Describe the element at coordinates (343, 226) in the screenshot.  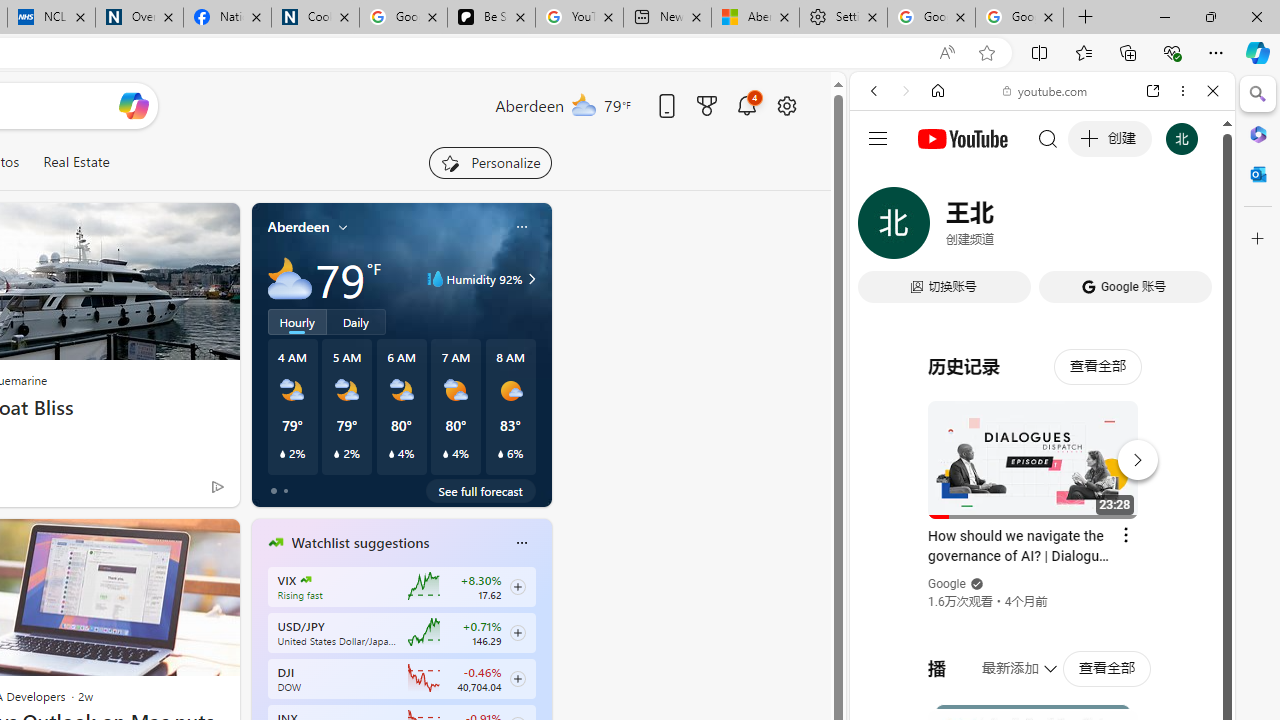
I see `'My location'` at that location.